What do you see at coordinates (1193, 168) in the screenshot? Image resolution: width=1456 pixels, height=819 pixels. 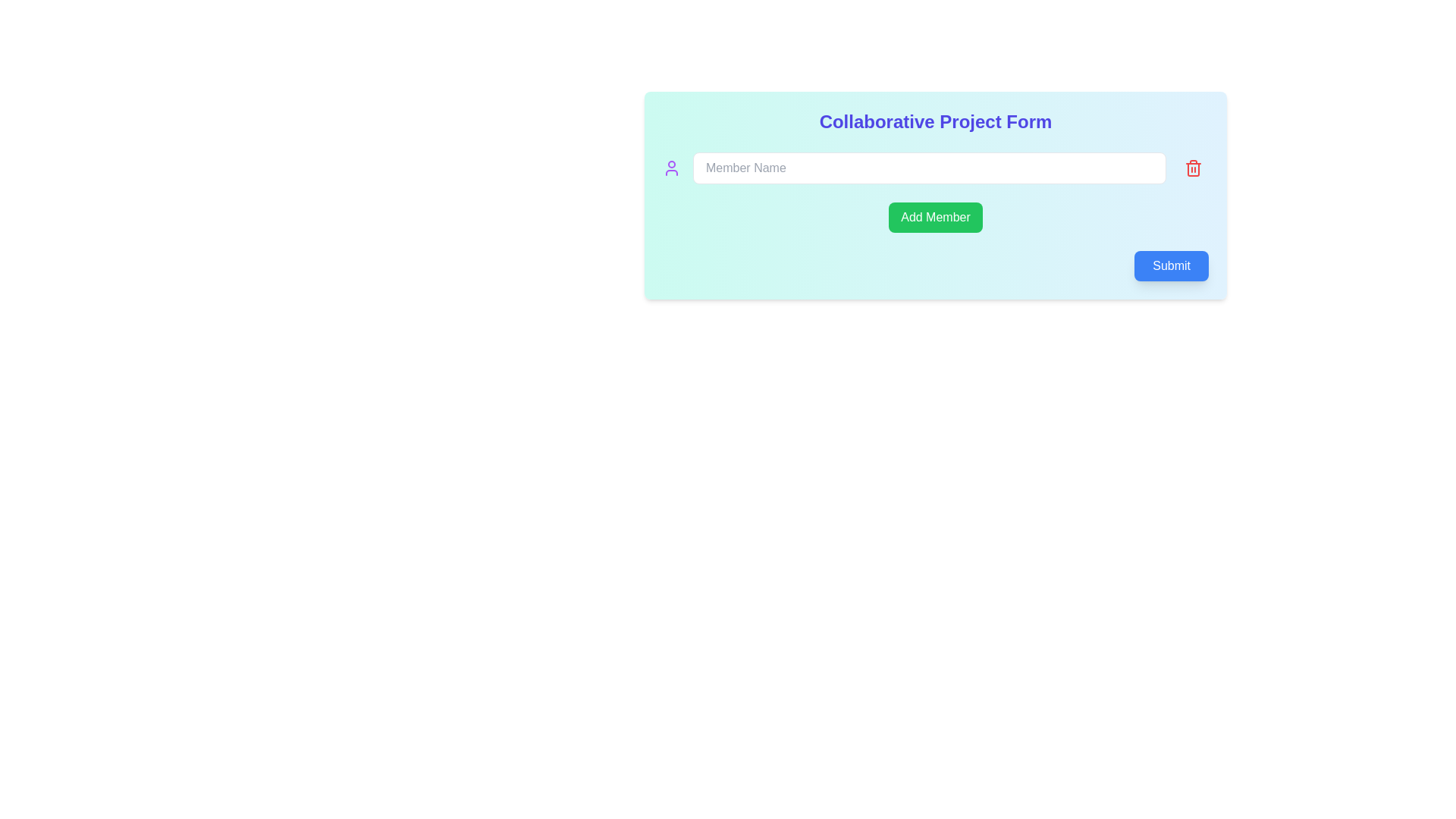 I see `the delete icon located to the right of the 'Member Name' text input field in the 'Collaborative Project Form'` at bounding box center [1193, 168].